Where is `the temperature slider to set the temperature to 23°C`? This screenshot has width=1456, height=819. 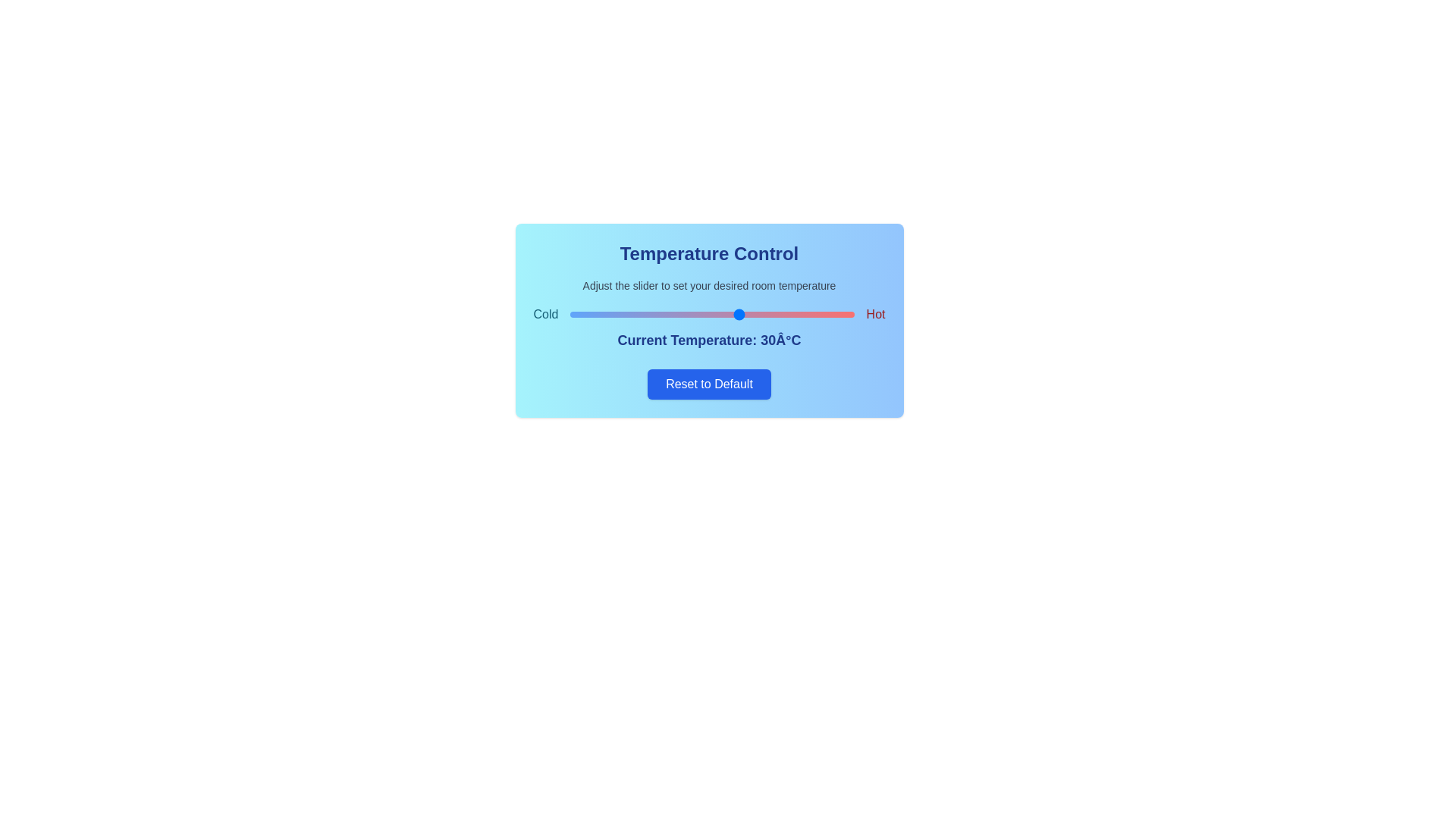 the temperature slider to set the temperature to 23°C is located at coordinates (700, 314).